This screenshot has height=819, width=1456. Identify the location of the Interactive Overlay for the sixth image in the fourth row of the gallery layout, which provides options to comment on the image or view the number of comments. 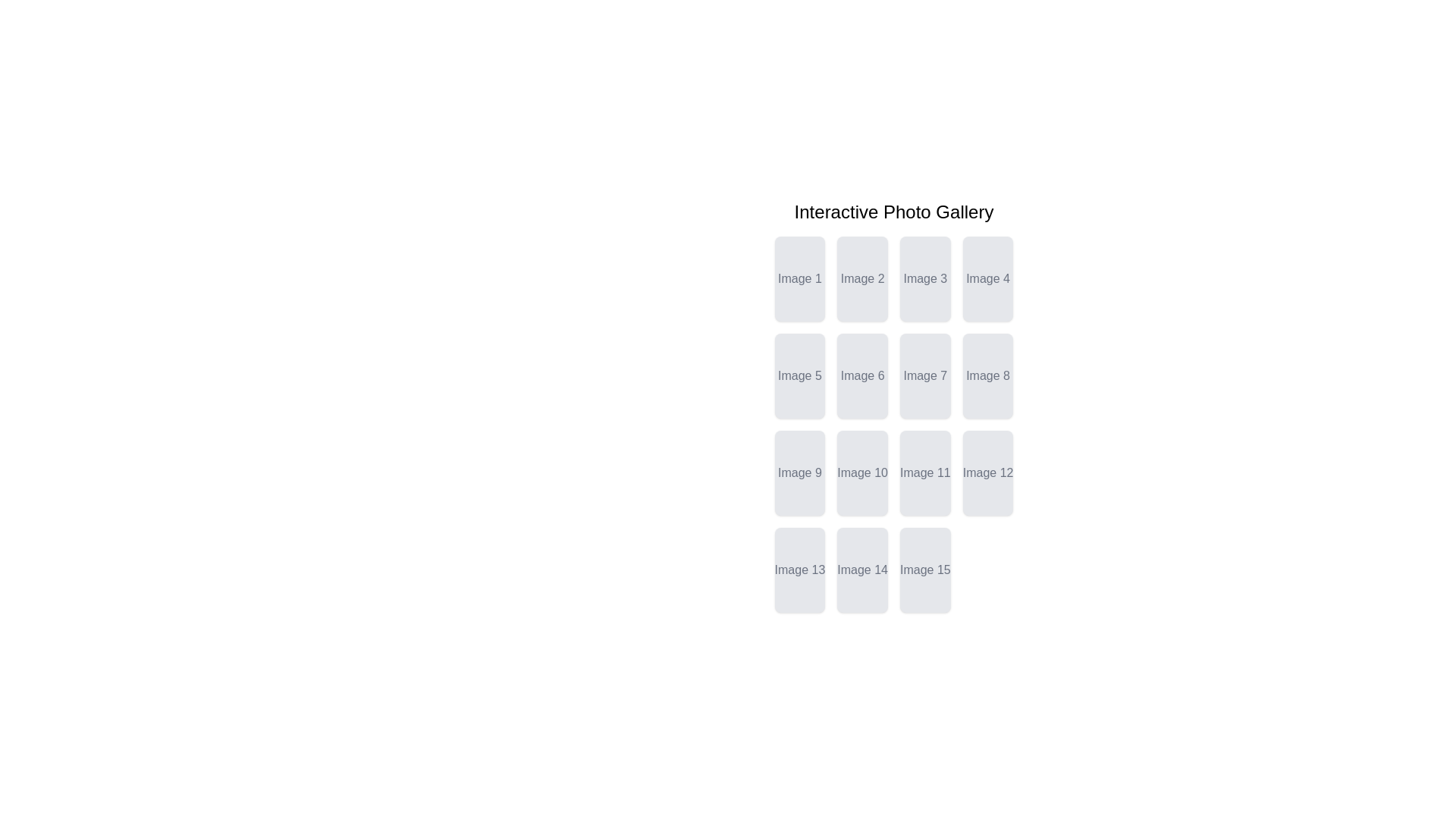
(862, 388).